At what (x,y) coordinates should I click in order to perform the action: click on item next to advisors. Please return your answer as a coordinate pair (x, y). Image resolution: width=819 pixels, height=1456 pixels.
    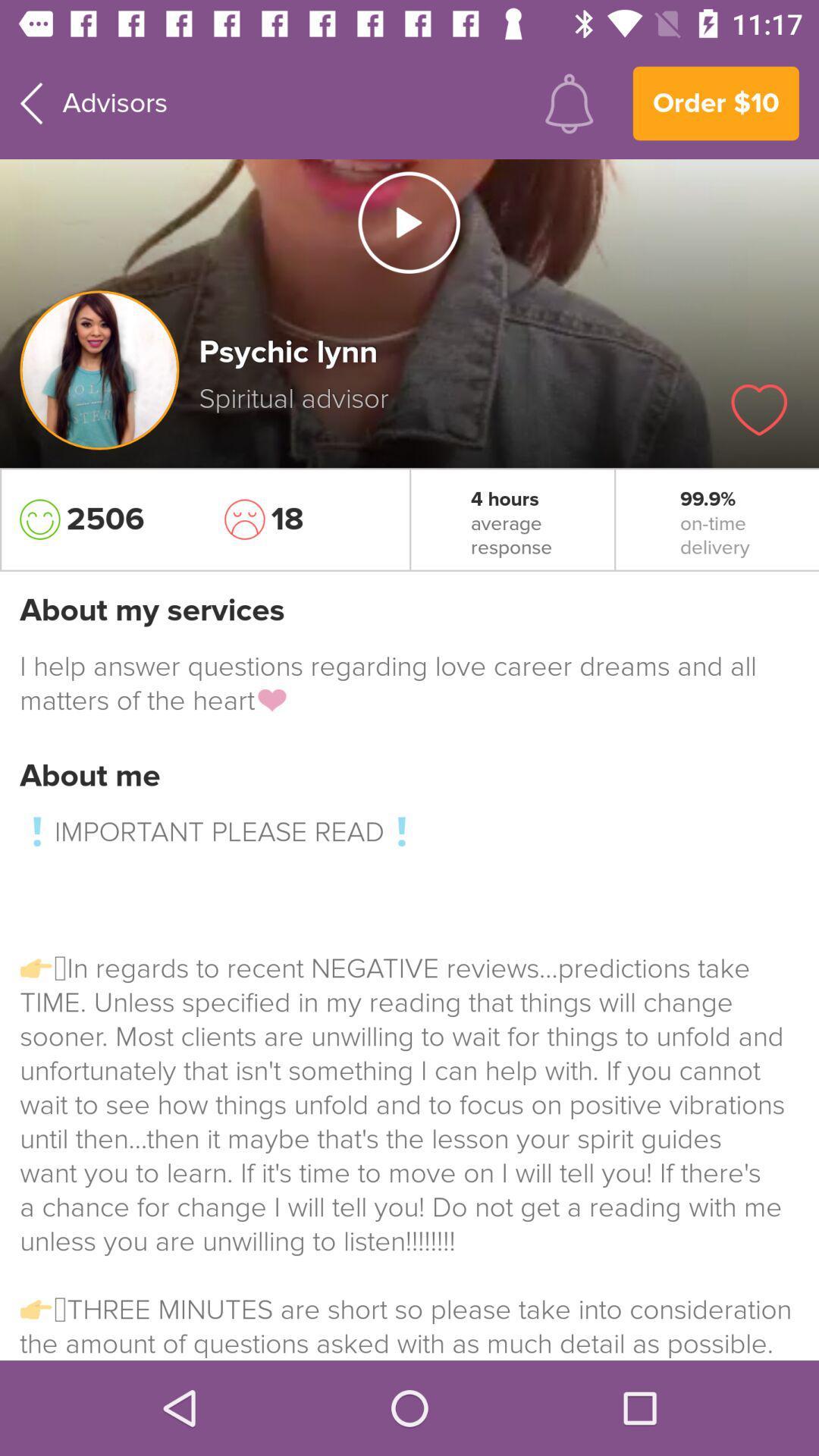
    Looking at the image, I should click on (569, 102).